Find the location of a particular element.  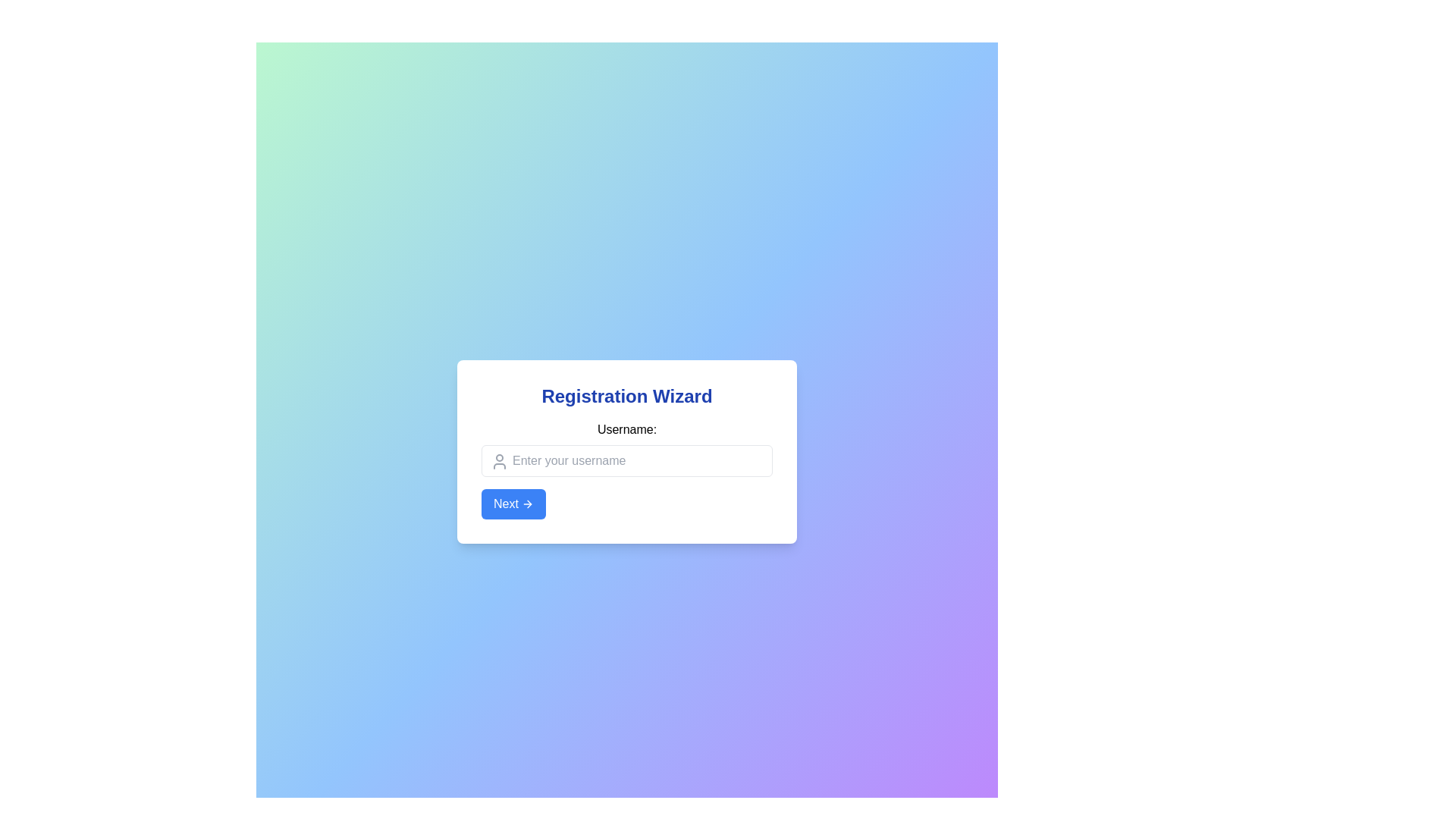

the user icon, which is a gray circular head and shoulders outline, located on the leftmost side of the username input field is located at coordinates (499, 461).